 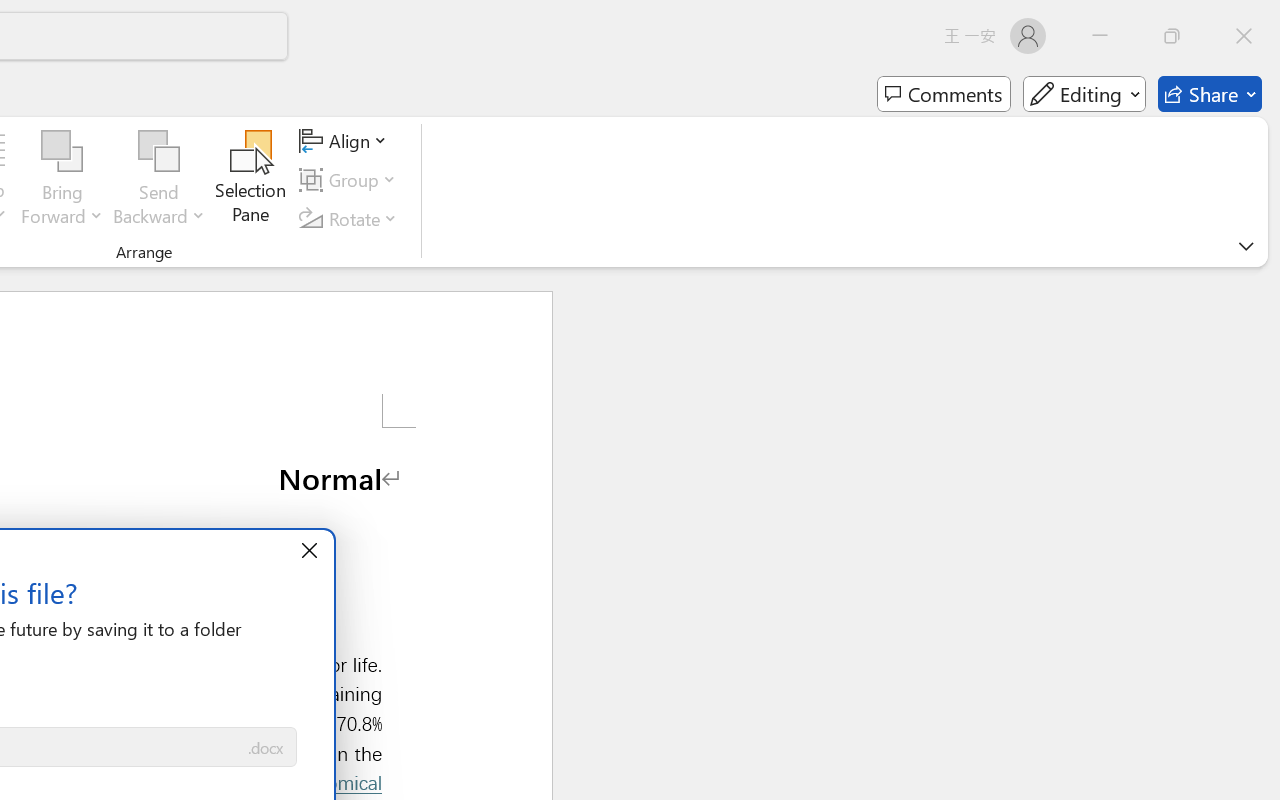 I want to click on 'Selection Pane...', so click(x=250, y=179).